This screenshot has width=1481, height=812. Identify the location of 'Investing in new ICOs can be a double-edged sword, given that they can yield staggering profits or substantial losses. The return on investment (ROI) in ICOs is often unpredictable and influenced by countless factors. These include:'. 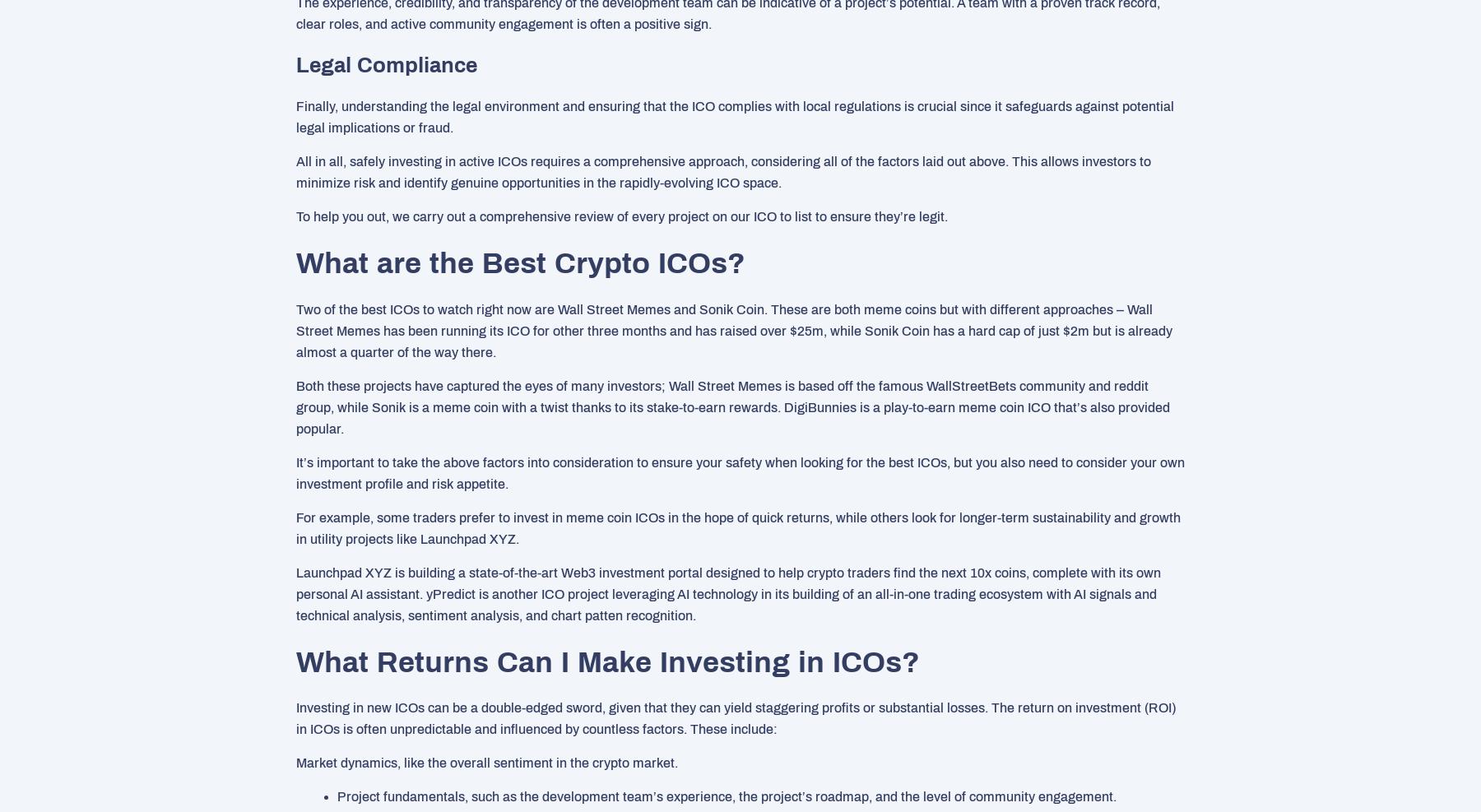
(736, 717).